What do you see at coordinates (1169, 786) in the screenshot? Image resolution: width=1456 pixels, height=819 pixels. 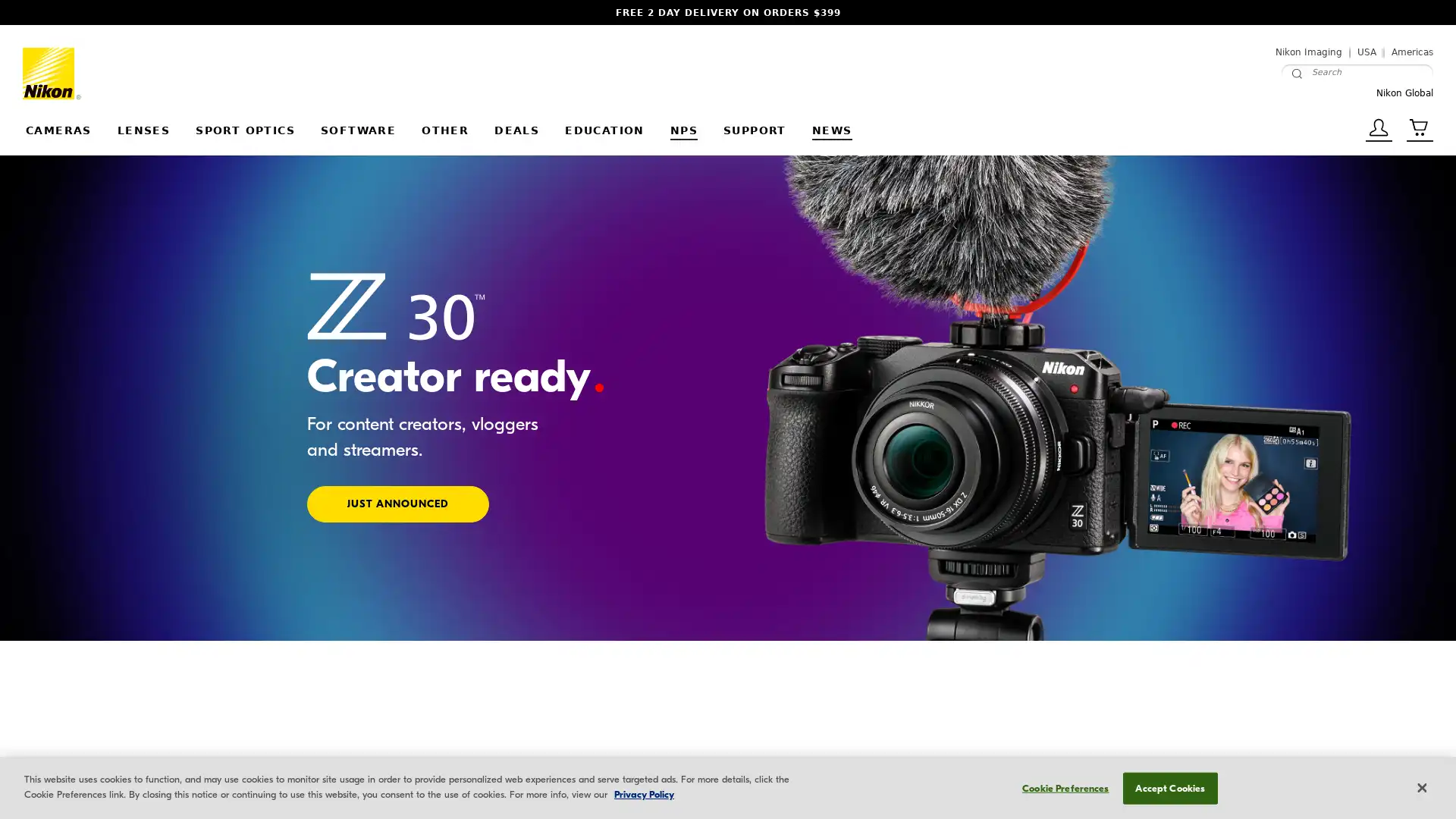 I see `Accept Cookies` at bounding box center [1169, 786].